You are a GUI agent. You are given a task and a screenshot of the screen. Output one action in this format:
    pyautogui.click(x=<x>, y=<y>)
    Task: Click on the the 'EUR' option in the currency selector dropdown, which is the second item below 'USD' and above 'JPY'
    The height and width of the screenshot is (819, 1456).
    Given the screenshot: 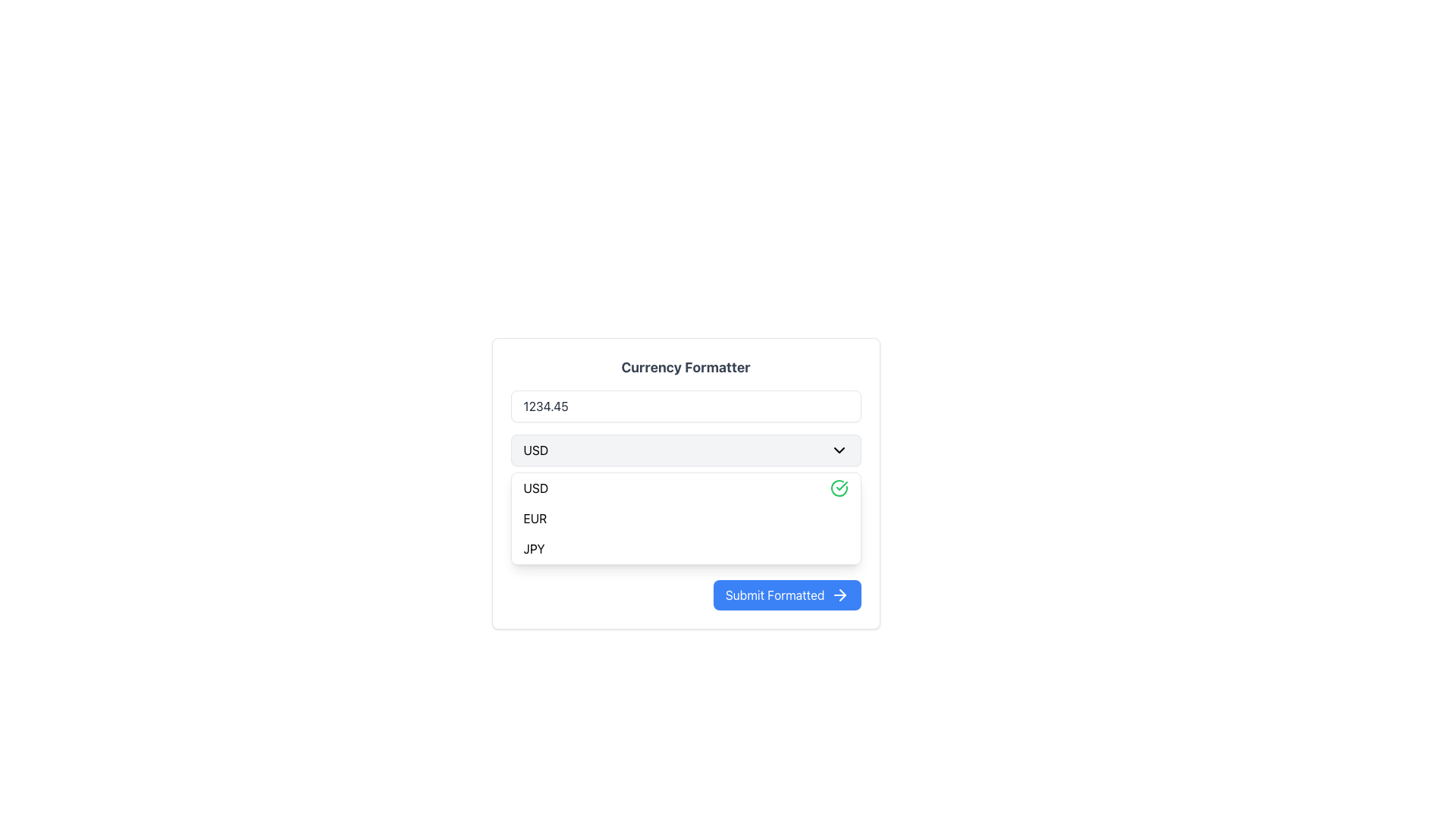 What is the action you would take?
    pyautogui.click(x=685, y=517)
    